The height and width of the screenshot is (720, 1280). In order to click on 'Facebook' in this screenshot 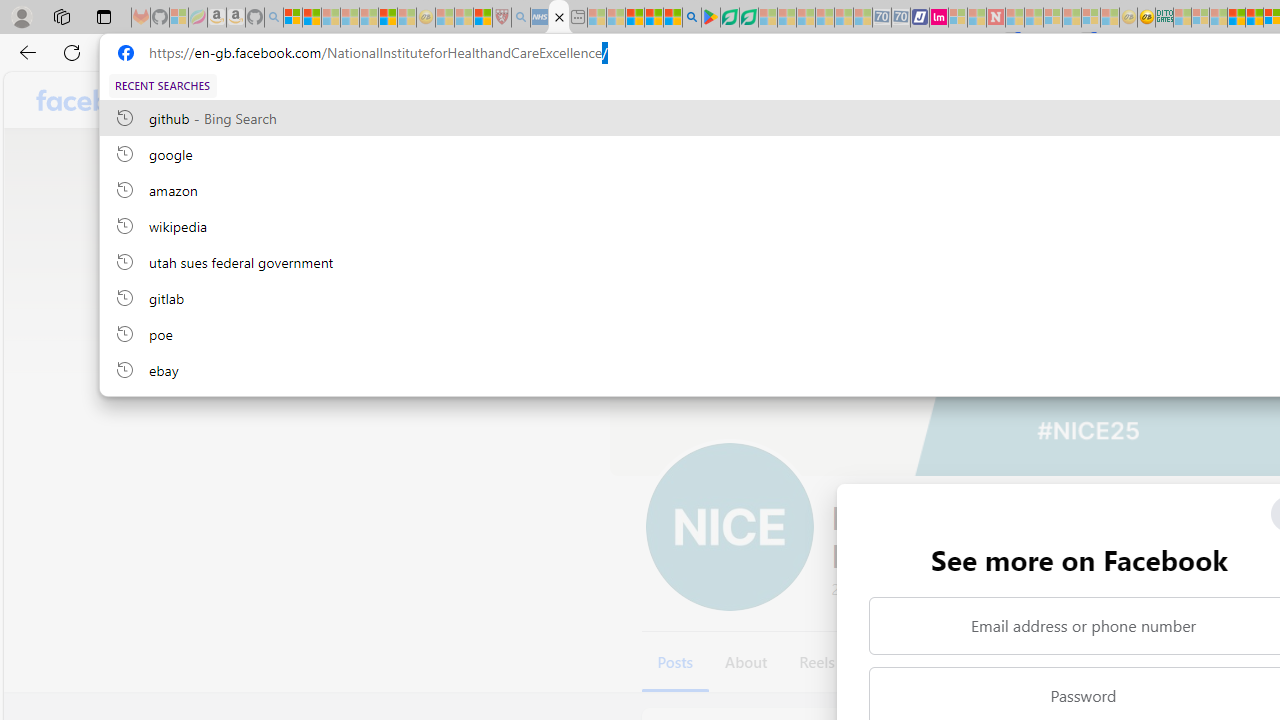, I will do `click(96, 100)`.